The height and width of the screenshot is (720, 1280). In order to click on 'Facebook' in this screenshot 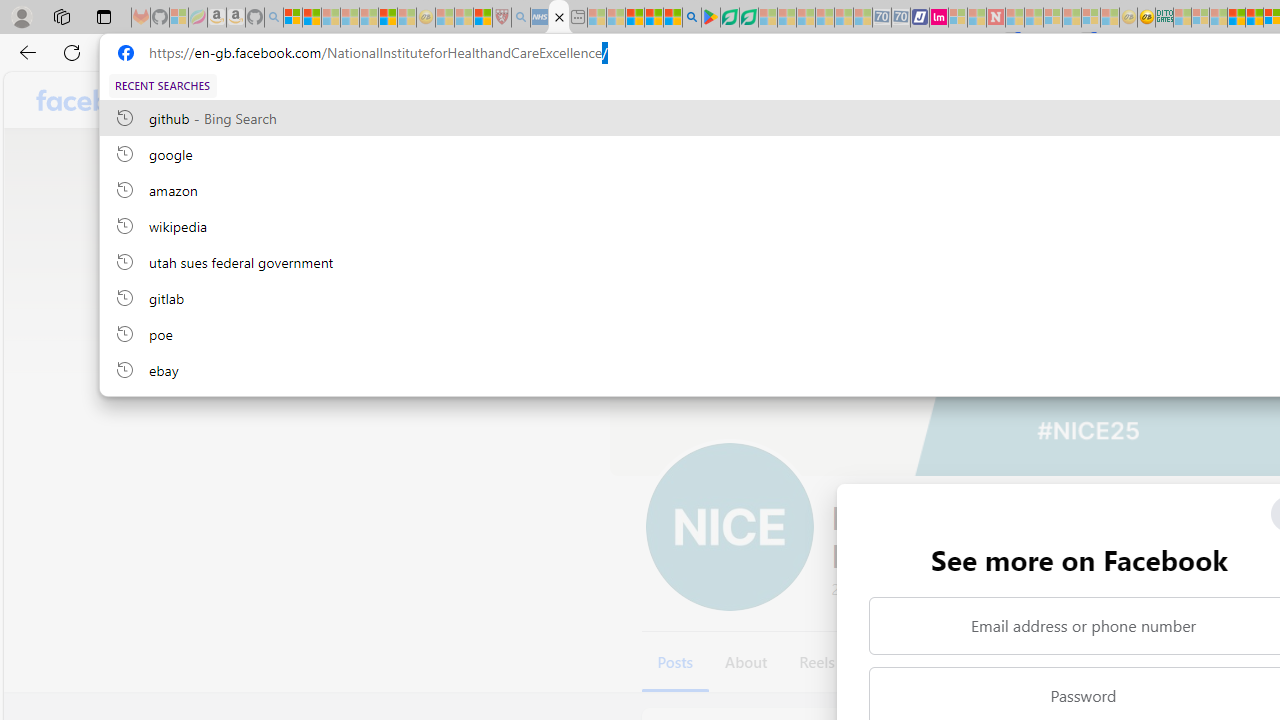, I will do `click(96, 100)`.